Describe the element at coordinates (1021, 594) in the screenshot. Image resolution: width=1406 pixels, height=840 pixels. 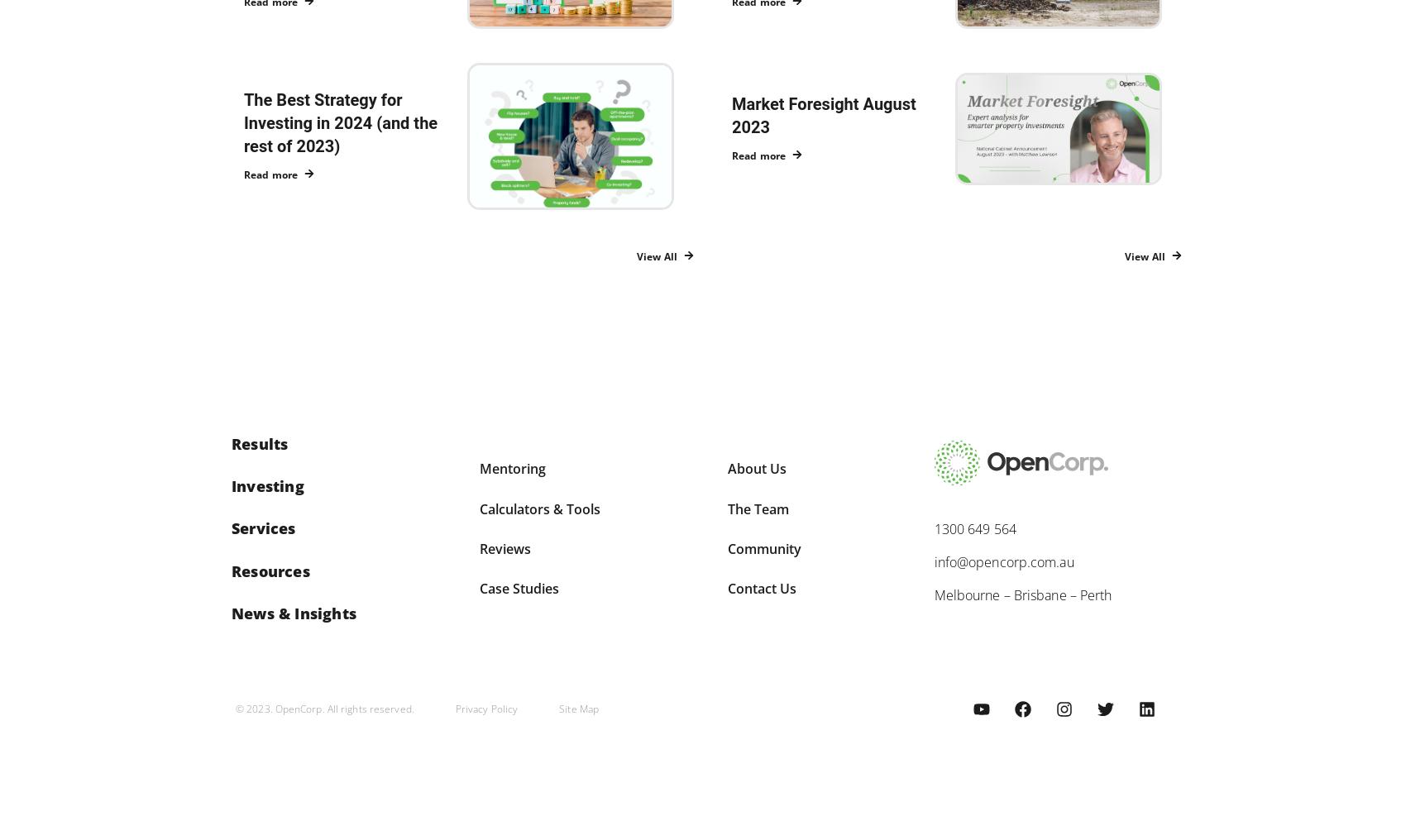
I see `'Melbourne – Brisbane – Perth'` at that location.